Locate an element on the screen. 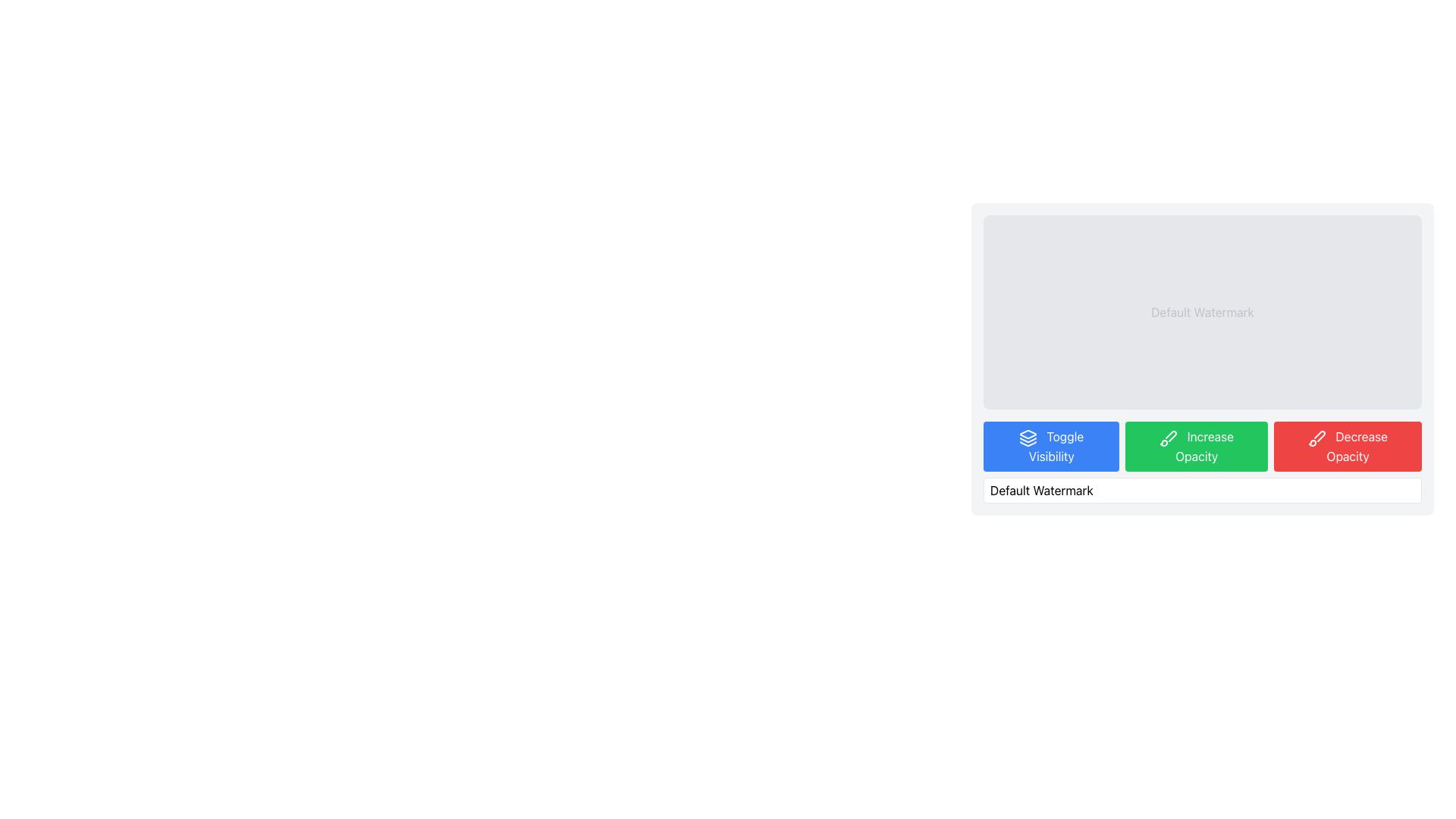  the opacity decrease icon within the 'Decrease Opacity' button located to the right of the 'Increase Opacity' button is located at coordinates (1316, 438).